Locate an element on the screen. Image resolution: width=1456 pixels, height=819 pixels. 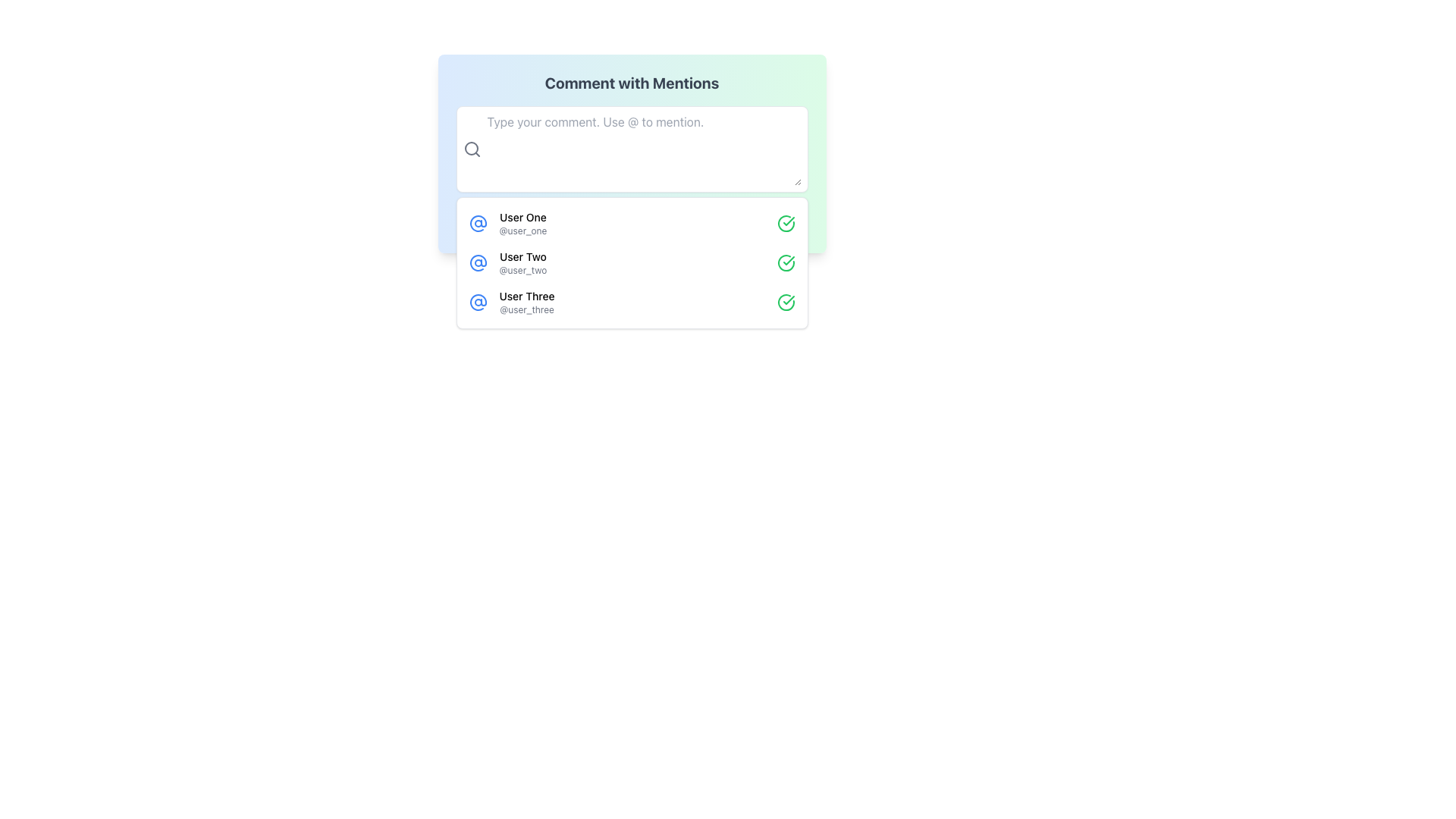
the label displaying the text '@user_two', which is styled in small gray font and located beneath the 'User Two' element in the user details list is located at coordinates (522, 270).